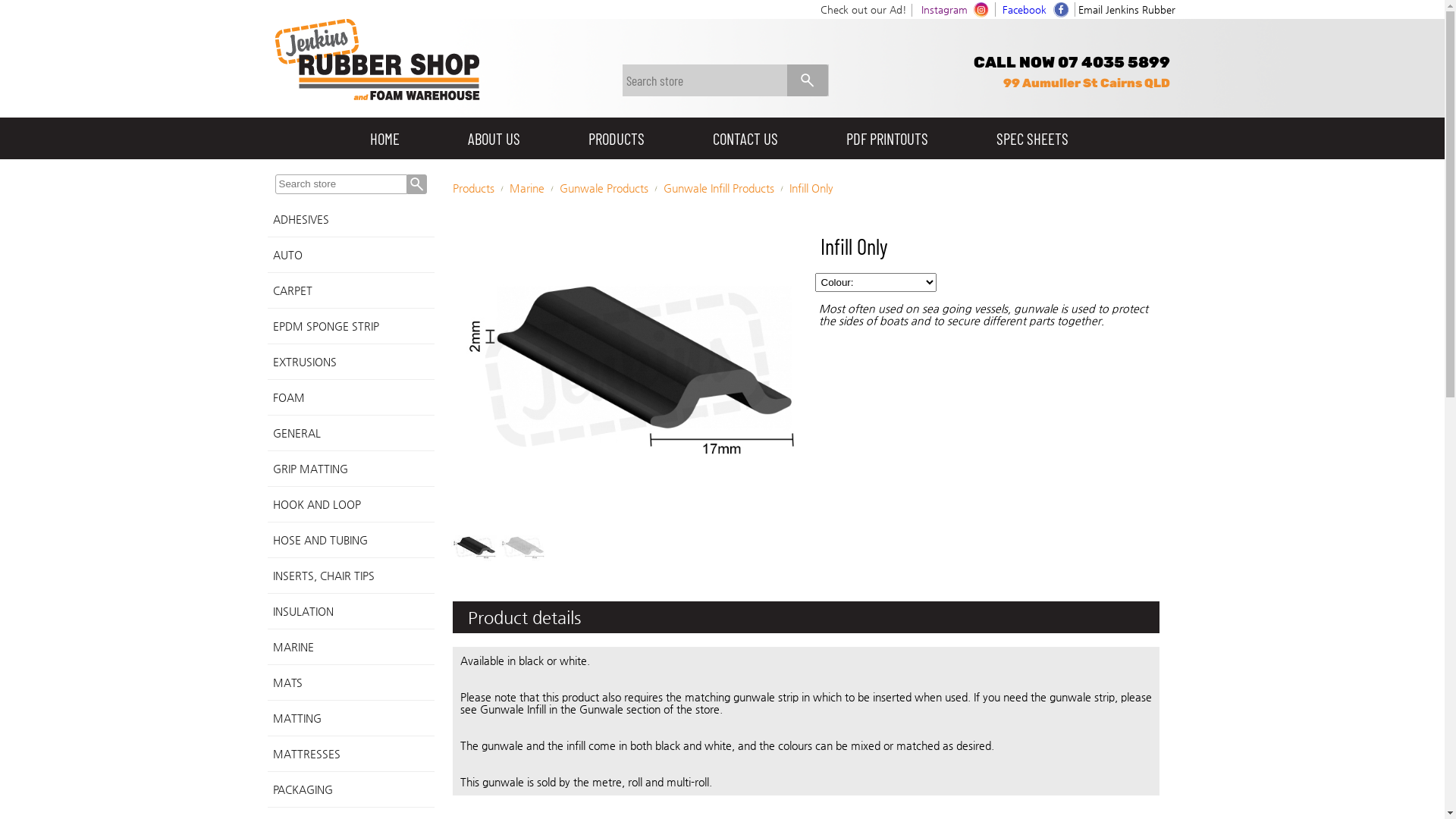 This screenshot has height=819, width=1456. I want to click on 'CARPET', so click(349, 290).